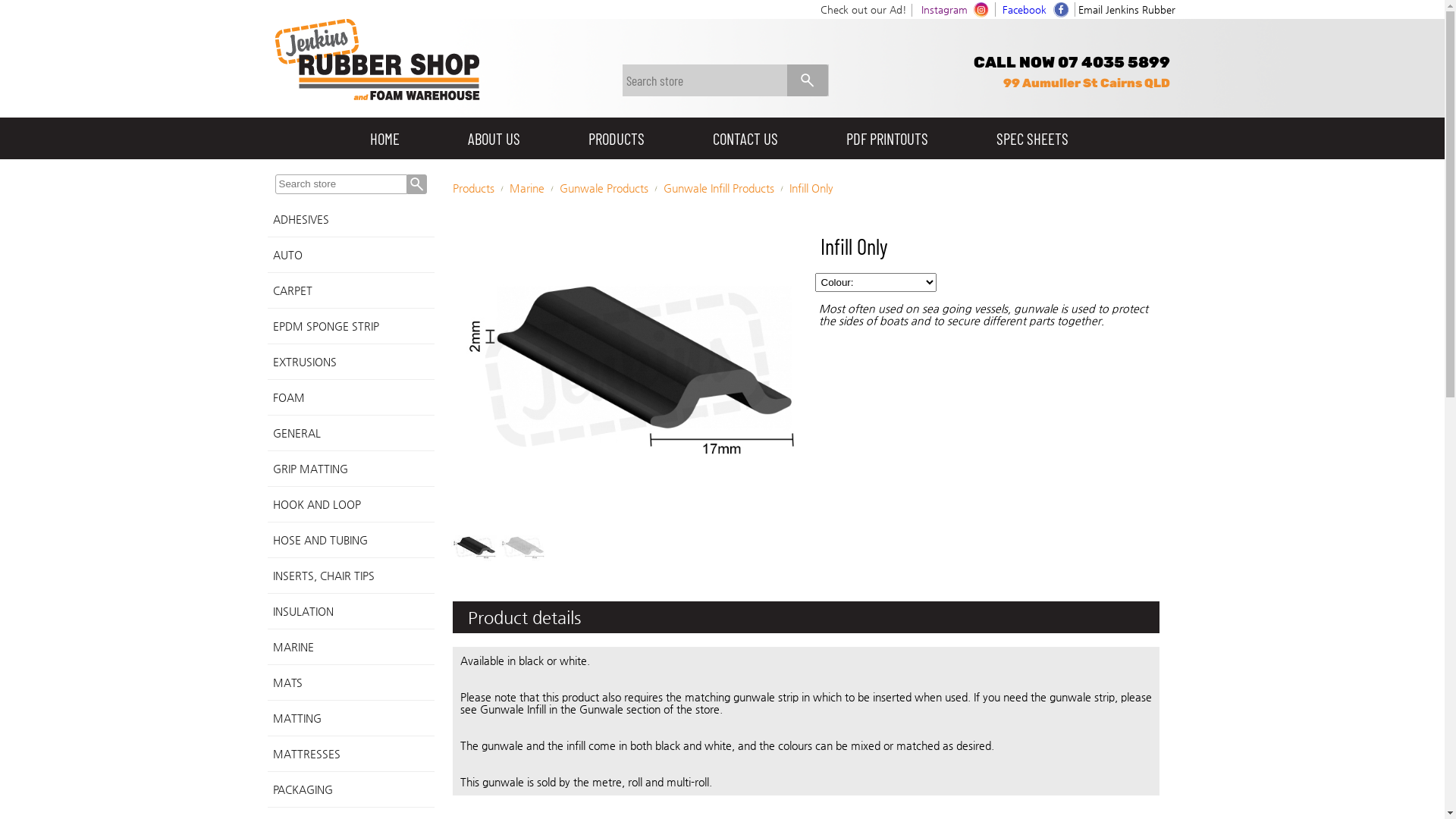 This screenshot has height=819, width=1456. I want to click on 'CARPET', so click(349, 290).